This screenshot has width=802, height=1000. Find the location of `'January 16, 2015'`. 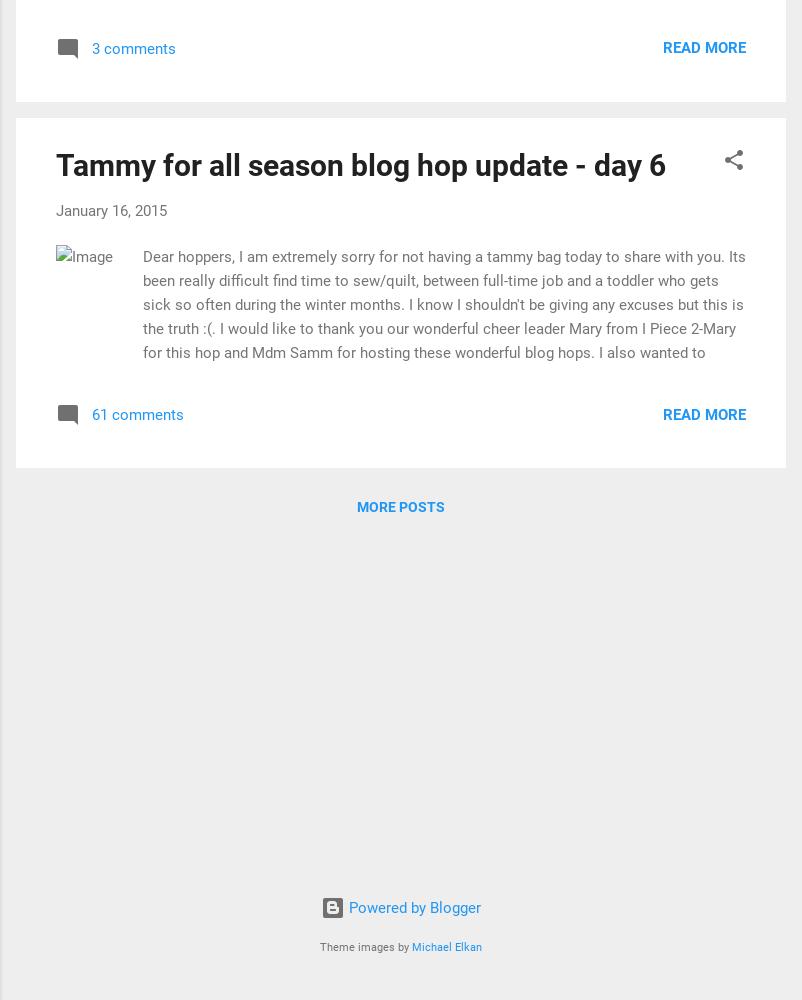

'January 16, 2015' is located at coordinates (111, 209).